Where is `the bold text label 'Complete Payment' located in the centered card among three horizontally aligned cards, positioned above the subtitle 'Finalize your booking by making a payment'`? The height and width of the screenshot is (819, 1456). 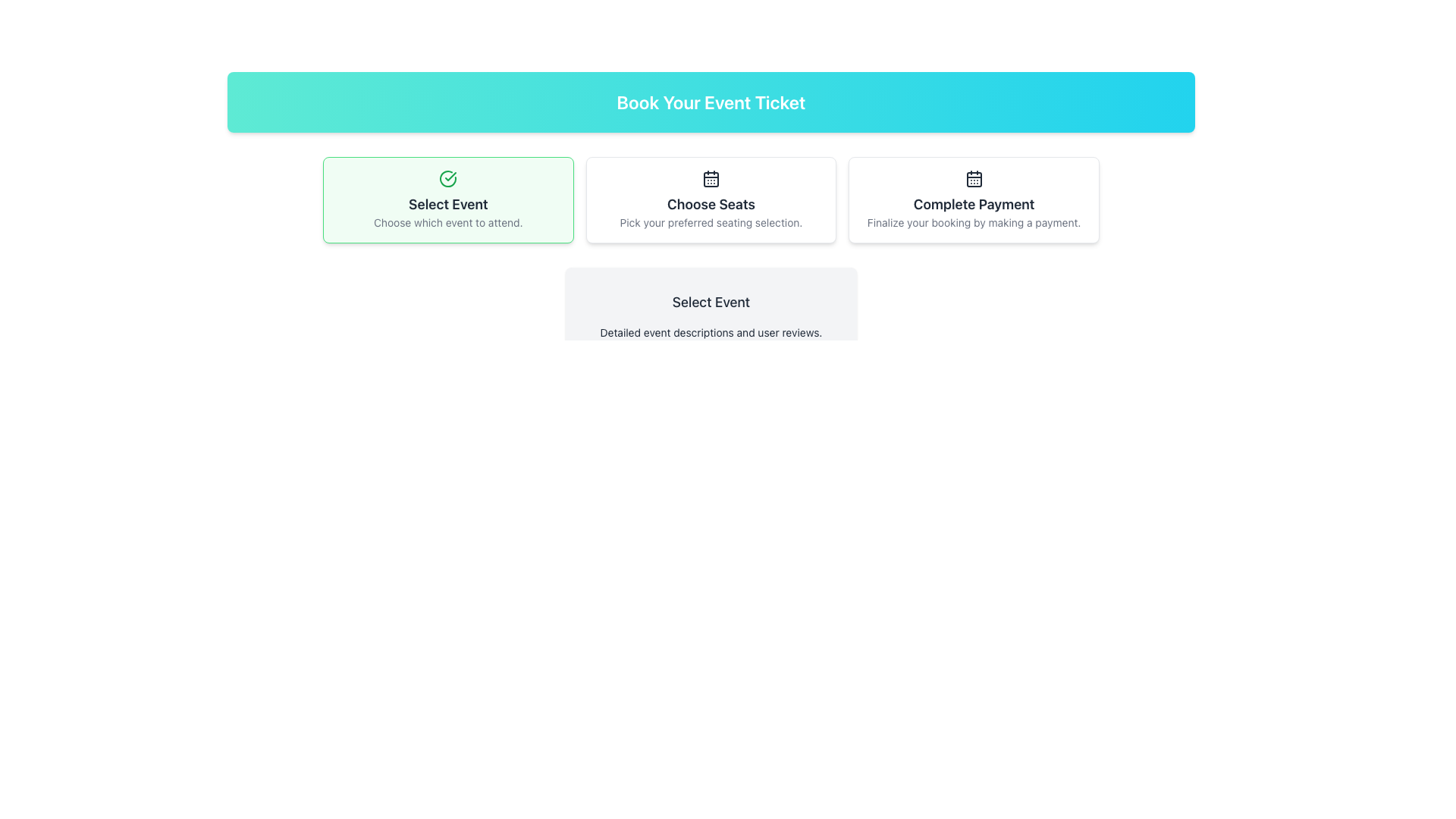
the bold text label 'Complete Payment' located in the centered card among three horizontally aligned cards, positioned above the subtitle 'Finalize your booking by making a payment' is located at coordinates (974, 205).